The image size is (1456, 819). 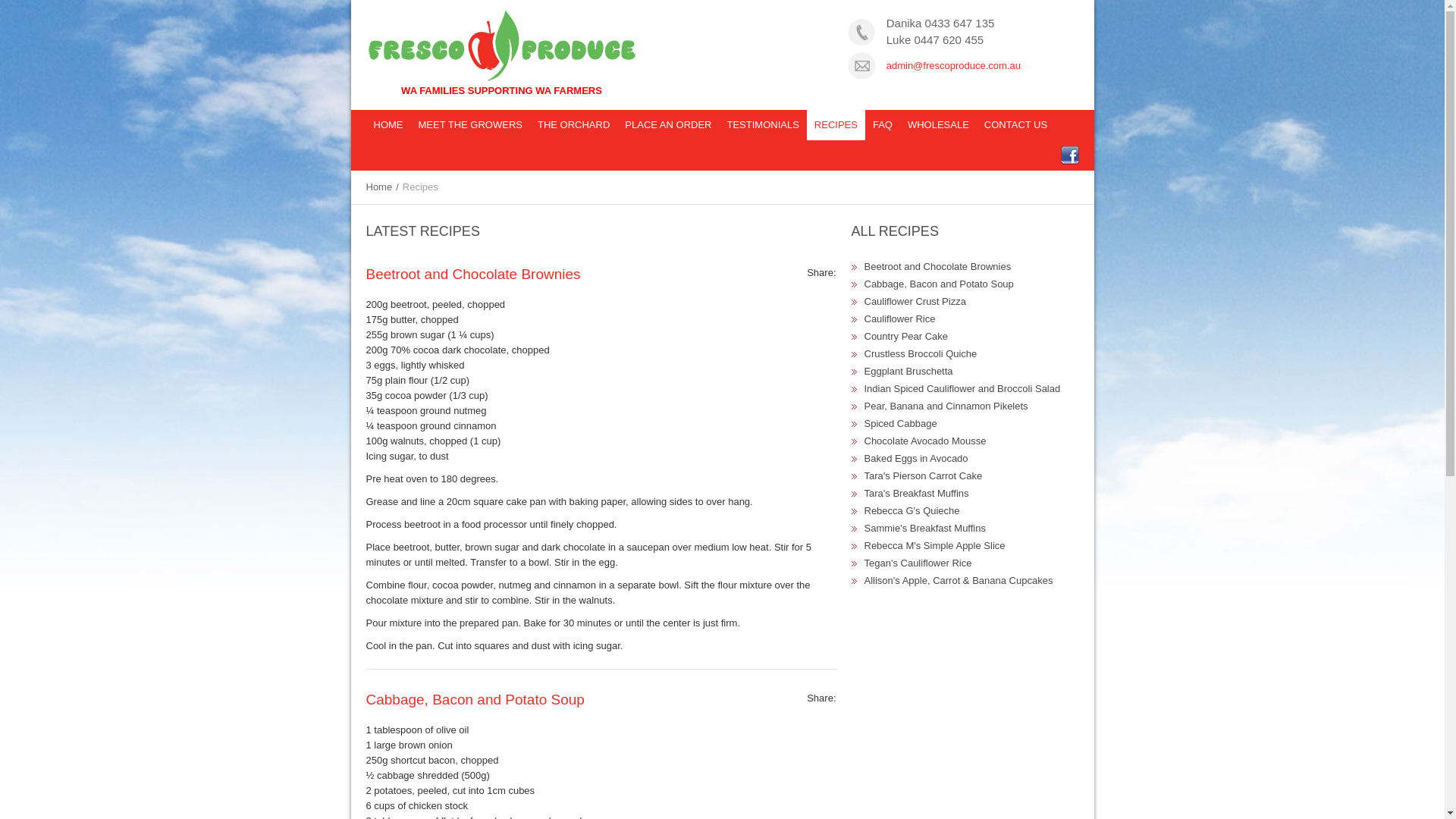 I want to click on 'Pear, Banana and Cinnamon Pikelets', so click(x=946, y=405).